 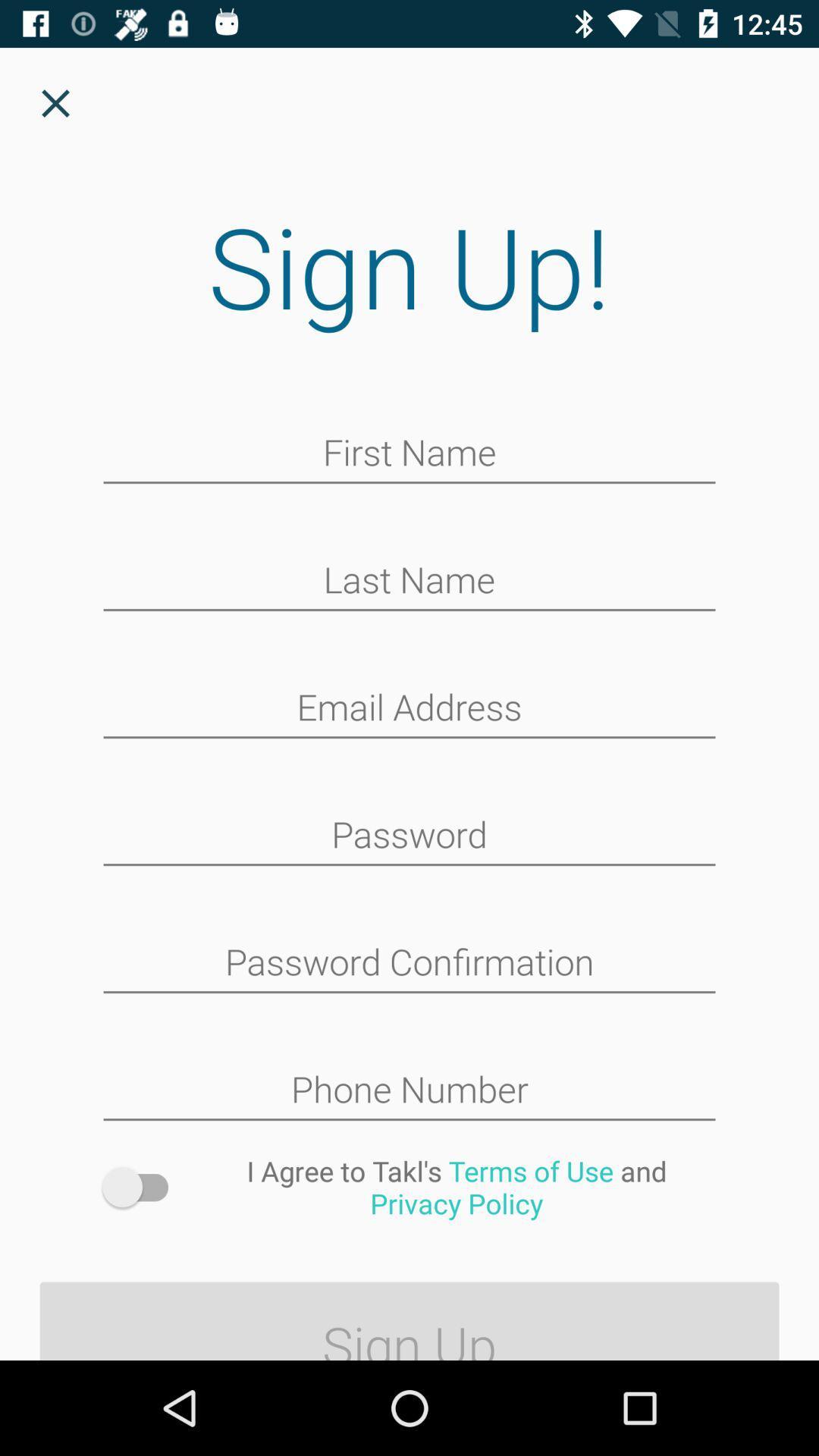 I want to click on space to enter email address, so click(x=409, y=708).